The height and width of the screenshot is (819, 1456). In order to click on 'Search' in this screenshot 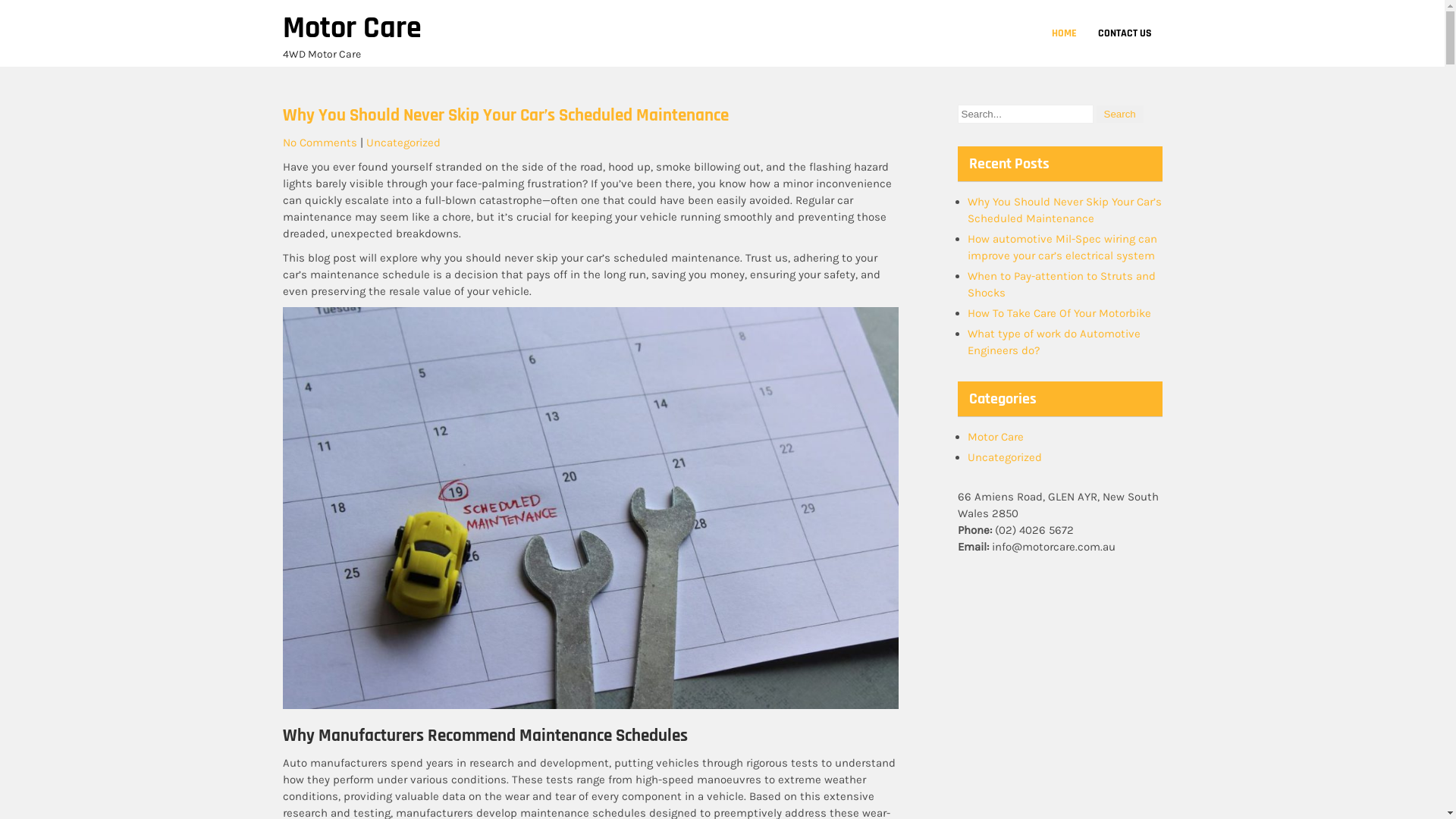, I will do `click(1120, 113)`.